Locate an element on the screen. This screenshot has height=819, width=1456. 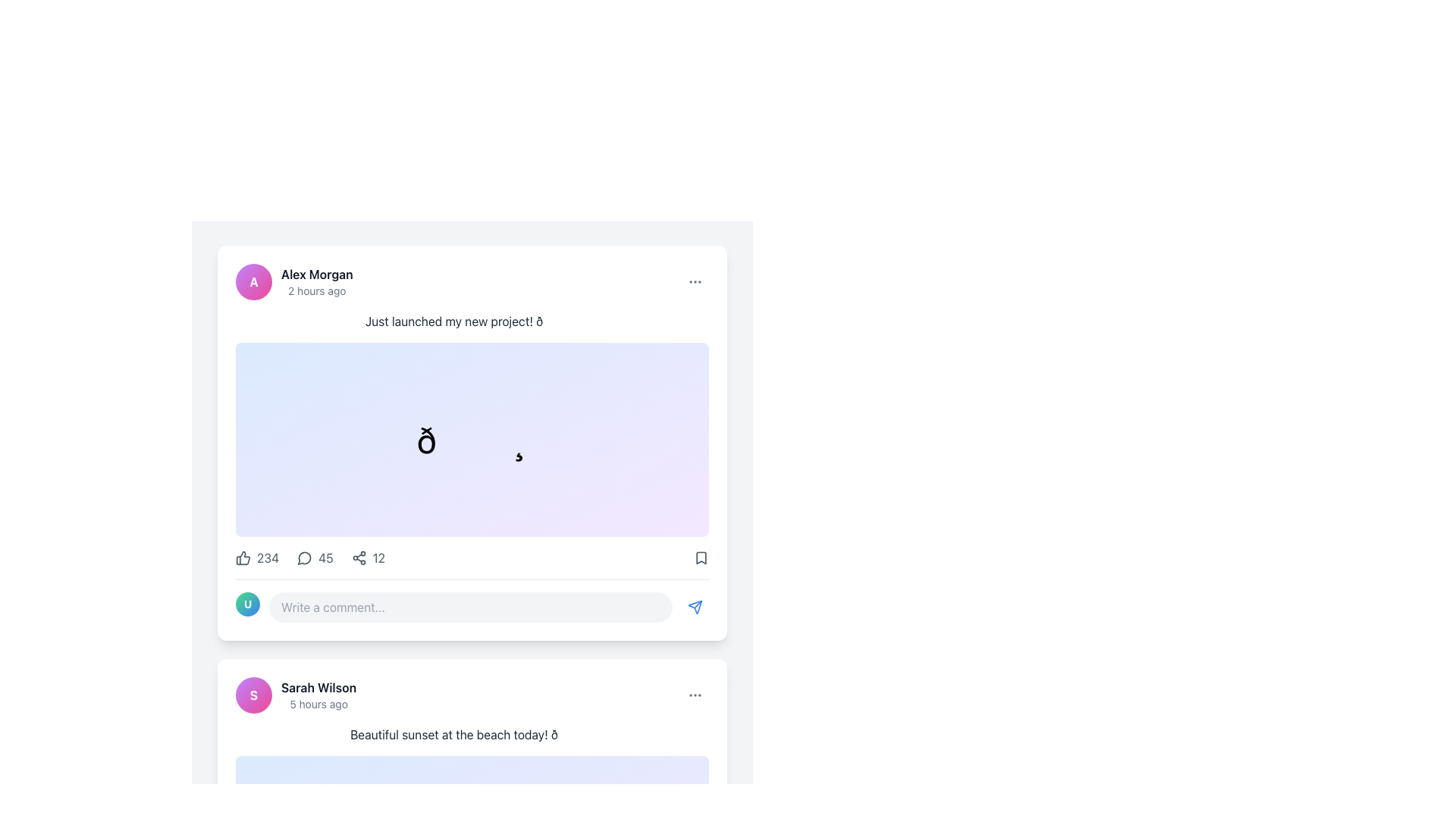
the text label that provides details about the author of a post and the time of posting, located to the right of a circular profile picture labeled with 'S' is located at coordinates (318, 695).